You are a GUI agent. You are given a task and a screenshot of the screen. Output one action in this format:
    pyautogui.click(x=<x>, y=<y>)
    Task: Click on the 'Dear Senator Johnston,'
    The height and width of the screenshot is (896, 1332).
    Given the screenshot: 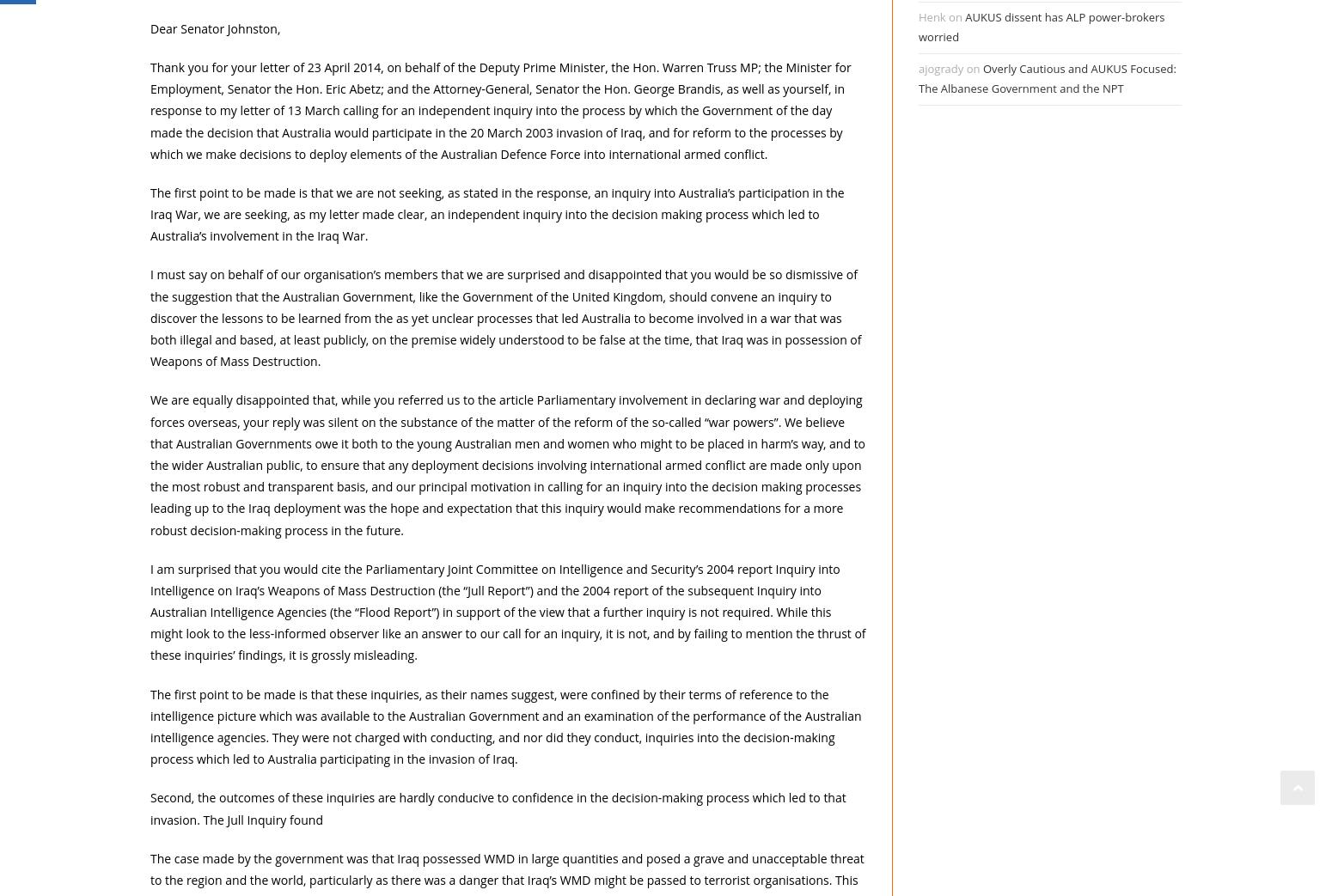 What is the action you would take?
    pyautogui.click(x=215, y=27)
    